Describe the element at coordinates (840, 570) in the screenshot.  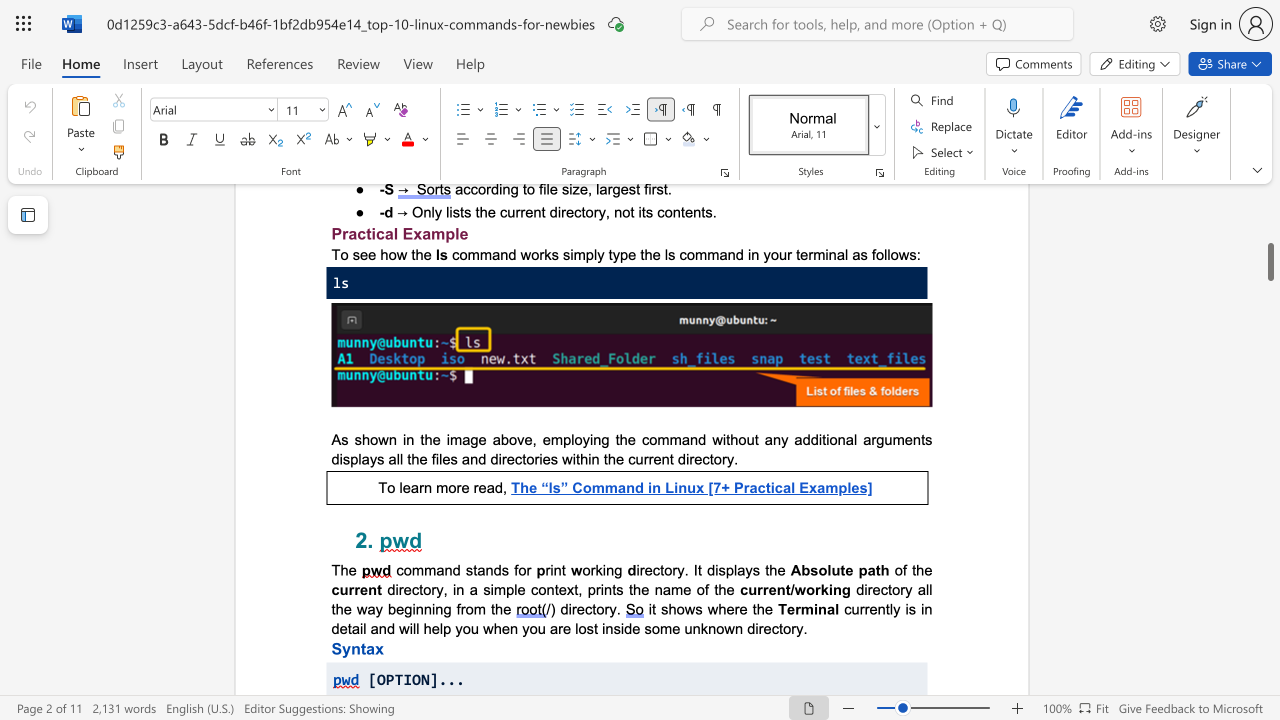
I see `the subset text "te path" within the text "Absolute path"` at that location.